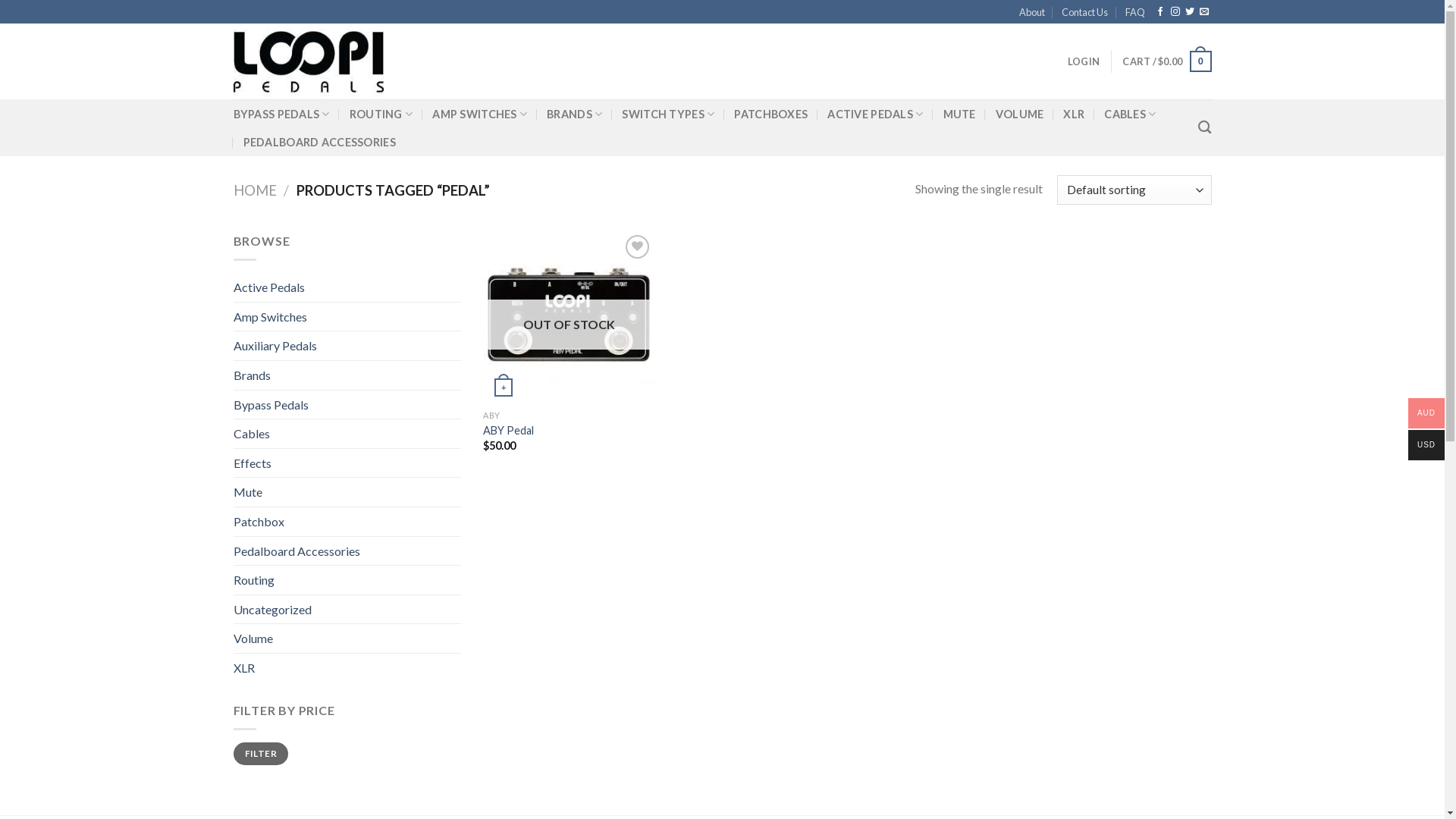  Describe the element at coordinates (232, 462) in the screenshot. I see `'Effects'` at that location.